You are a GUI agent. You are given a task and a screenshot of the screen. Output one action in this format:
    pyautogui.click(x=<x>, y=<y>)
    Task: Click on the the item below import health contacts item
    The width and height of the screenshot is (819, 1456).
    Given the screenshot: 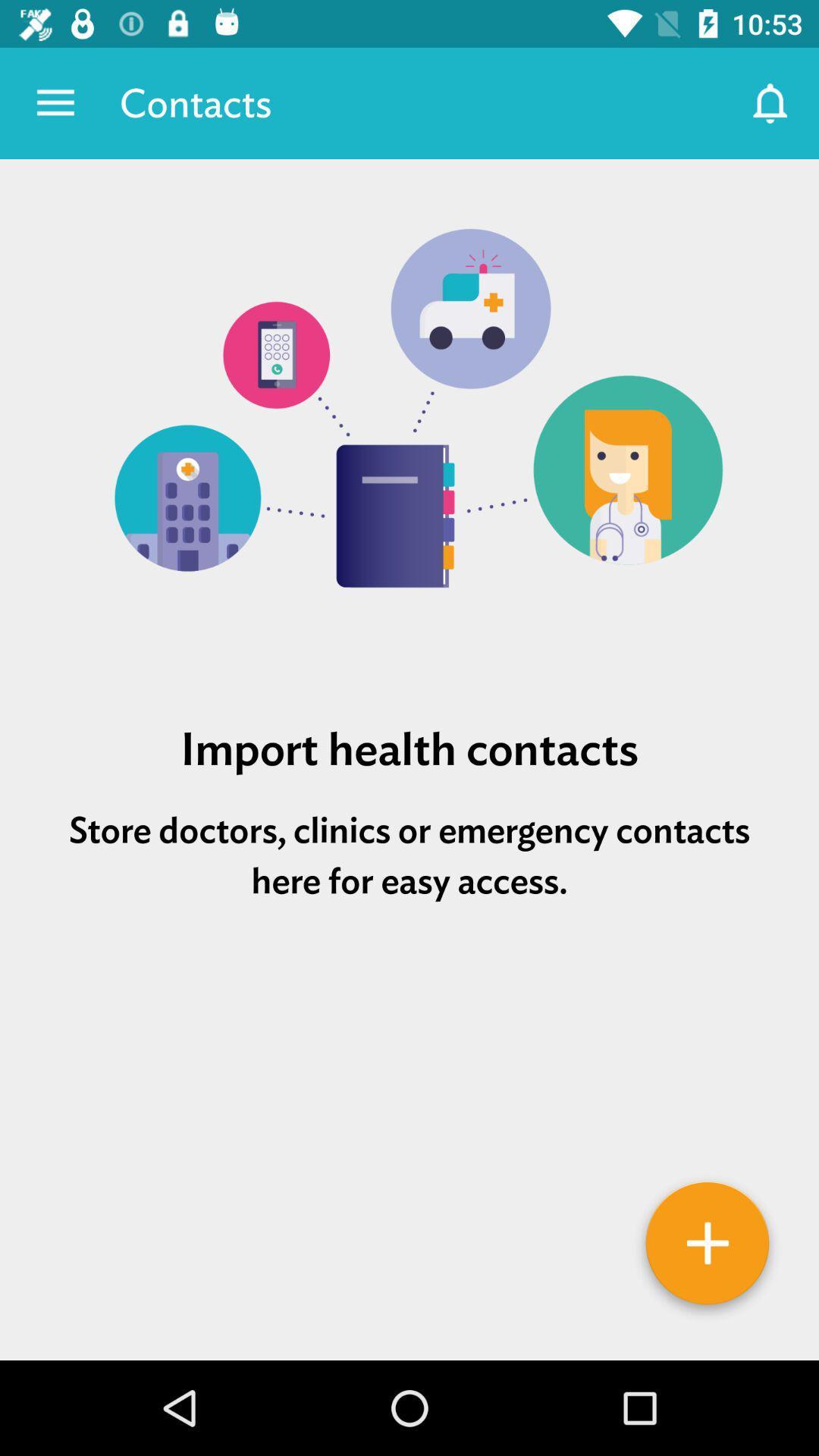 What is the action you would take?
    pyautogui.click(x=409, y=855)
    